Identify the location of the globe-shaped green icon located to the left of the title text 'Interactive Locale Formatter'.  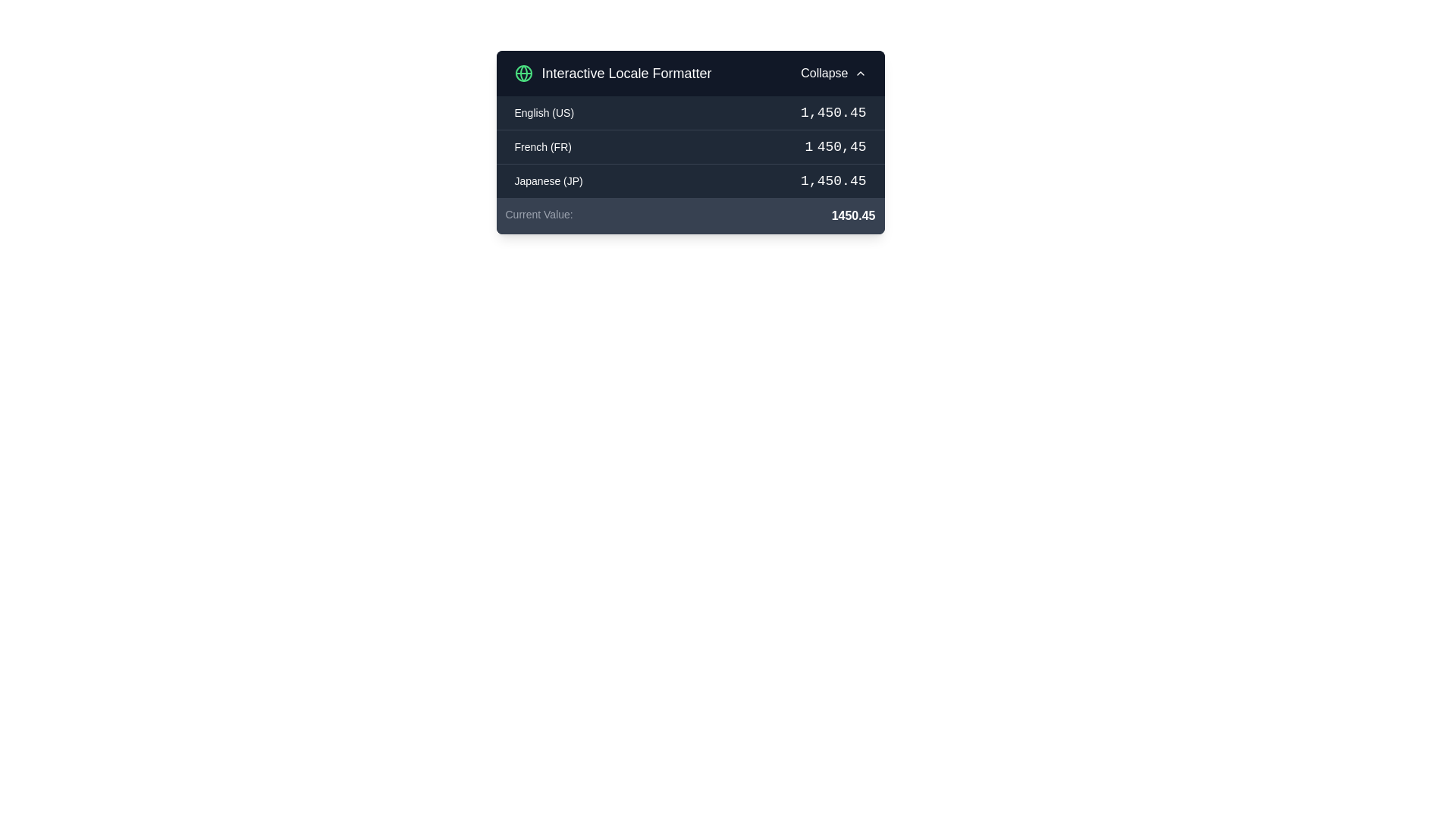
(523, 73).